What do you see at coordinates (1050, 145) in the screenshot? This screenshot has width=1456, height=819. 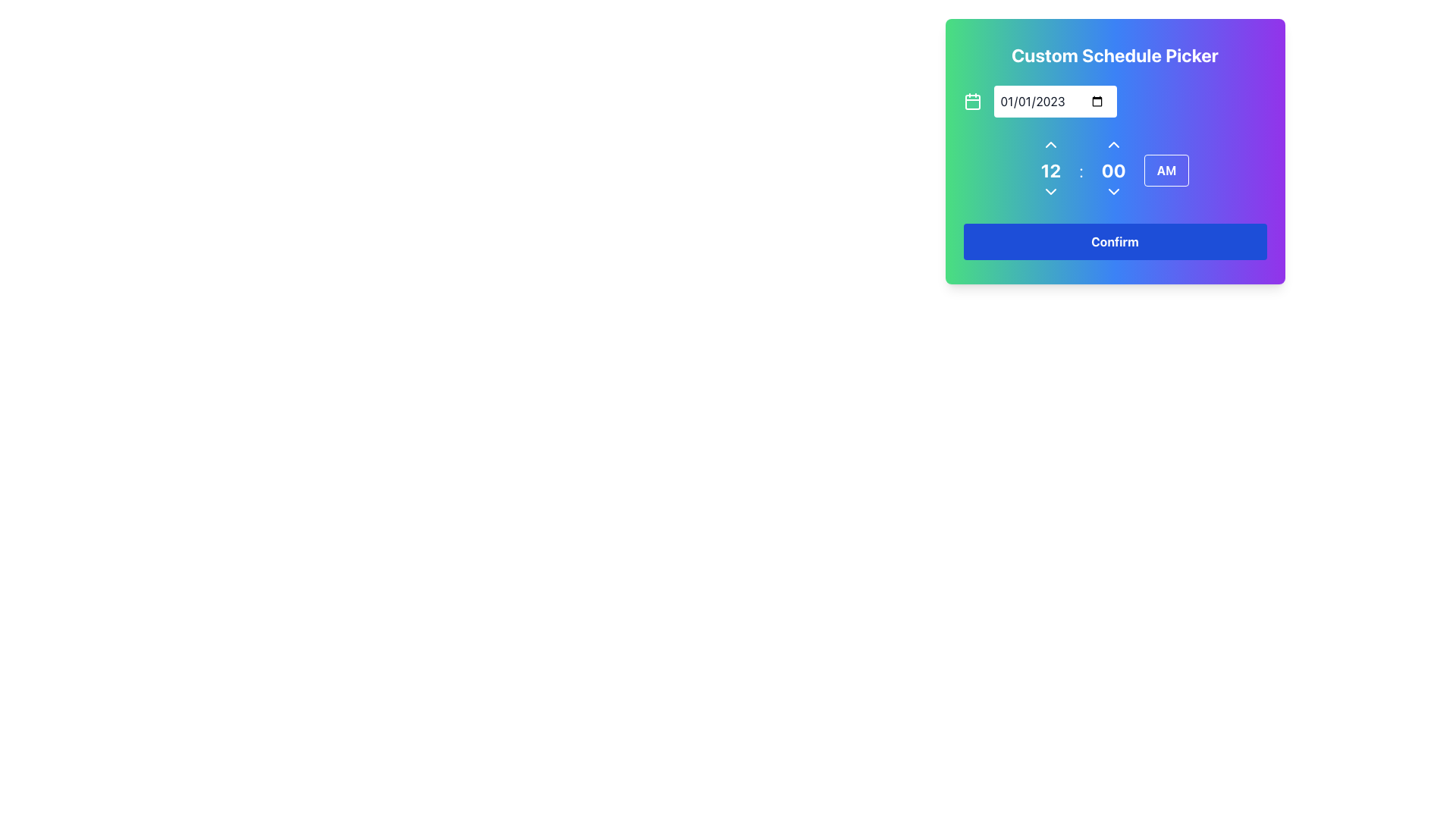 I see `the increment button located directly above the numeric value '12' in the time selection area of the schedule picker interface to increase the hour value` at bounding box center [1050, 145].